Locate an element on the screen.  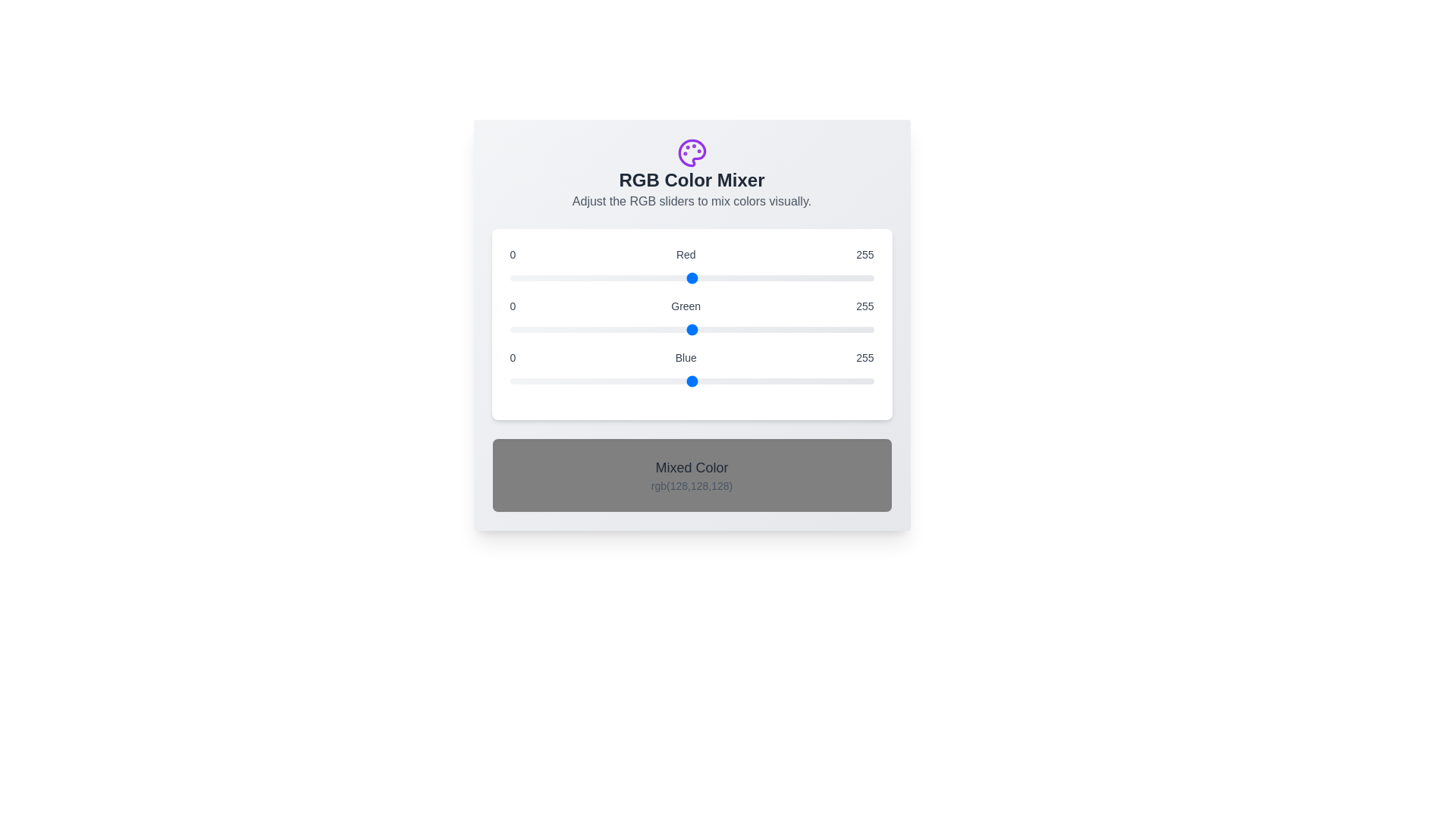
the 0 slider to the value 197 to observe the resulting mixed color is located at coordinates (691, 278).